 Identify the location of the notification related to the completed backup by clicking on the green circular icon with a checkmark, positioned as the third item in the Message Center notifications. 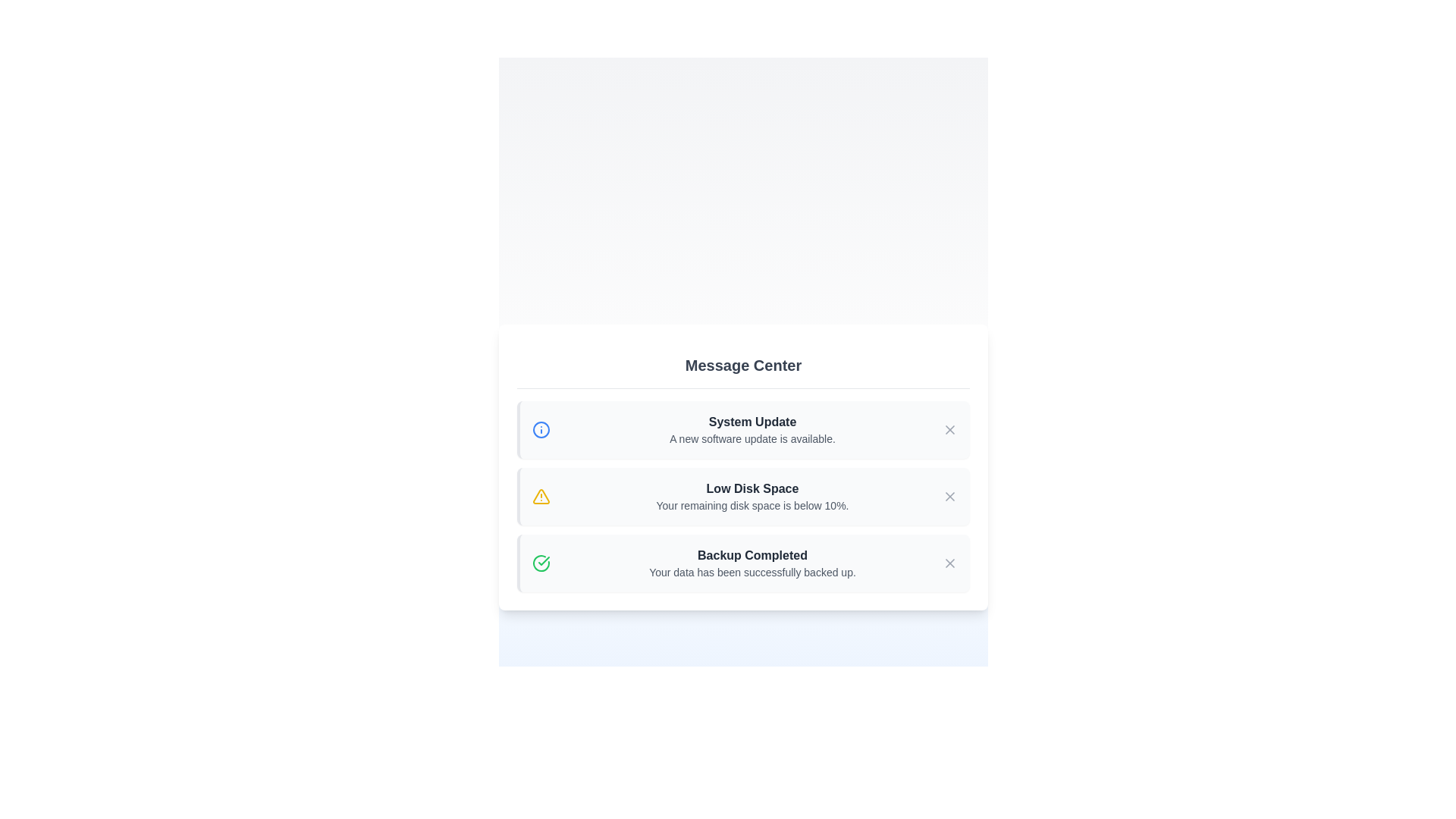
(541, 563).